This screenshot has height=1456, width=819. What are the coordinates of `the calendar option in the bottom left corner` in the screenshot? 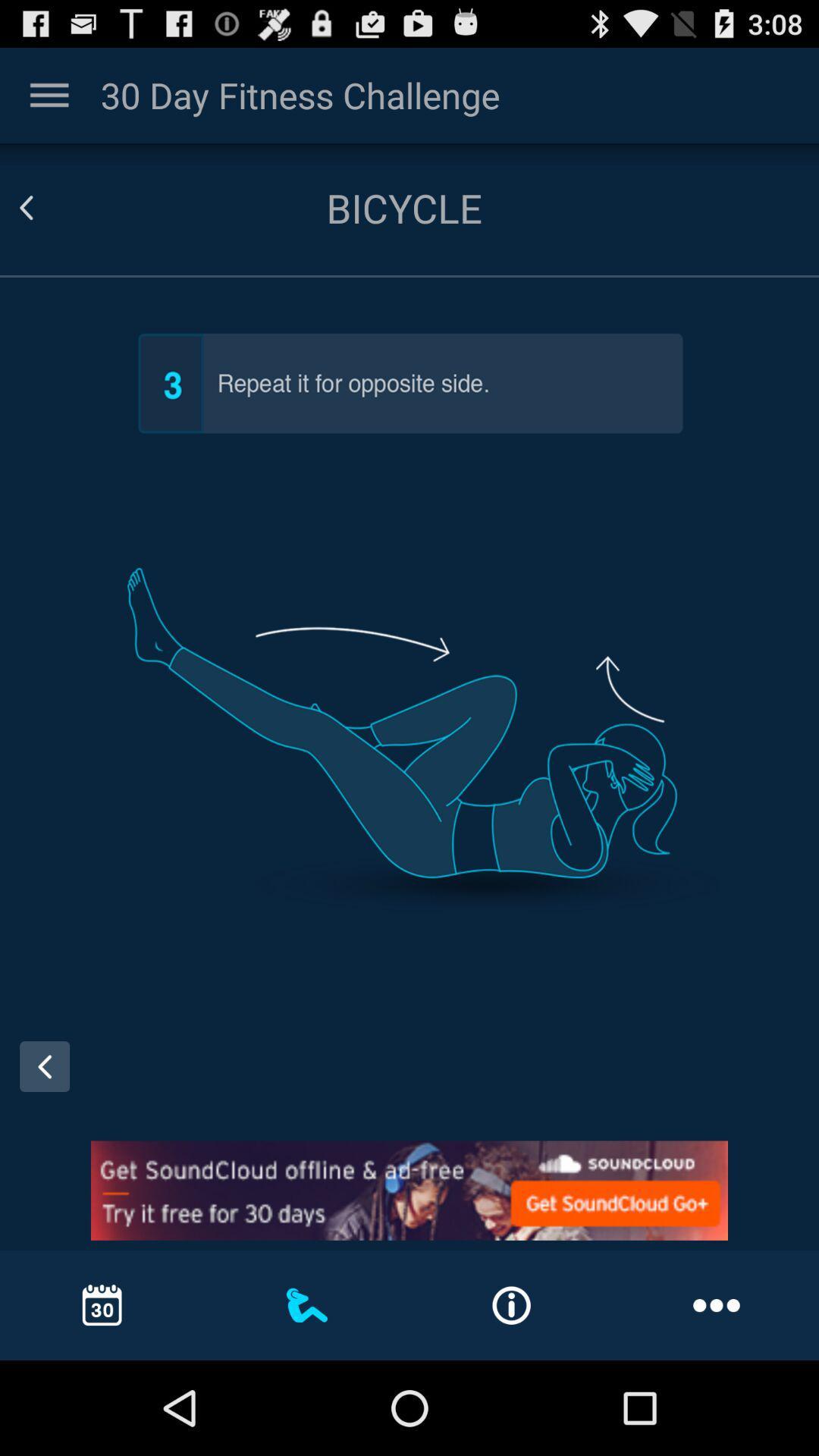 It's located at (102, 1304).